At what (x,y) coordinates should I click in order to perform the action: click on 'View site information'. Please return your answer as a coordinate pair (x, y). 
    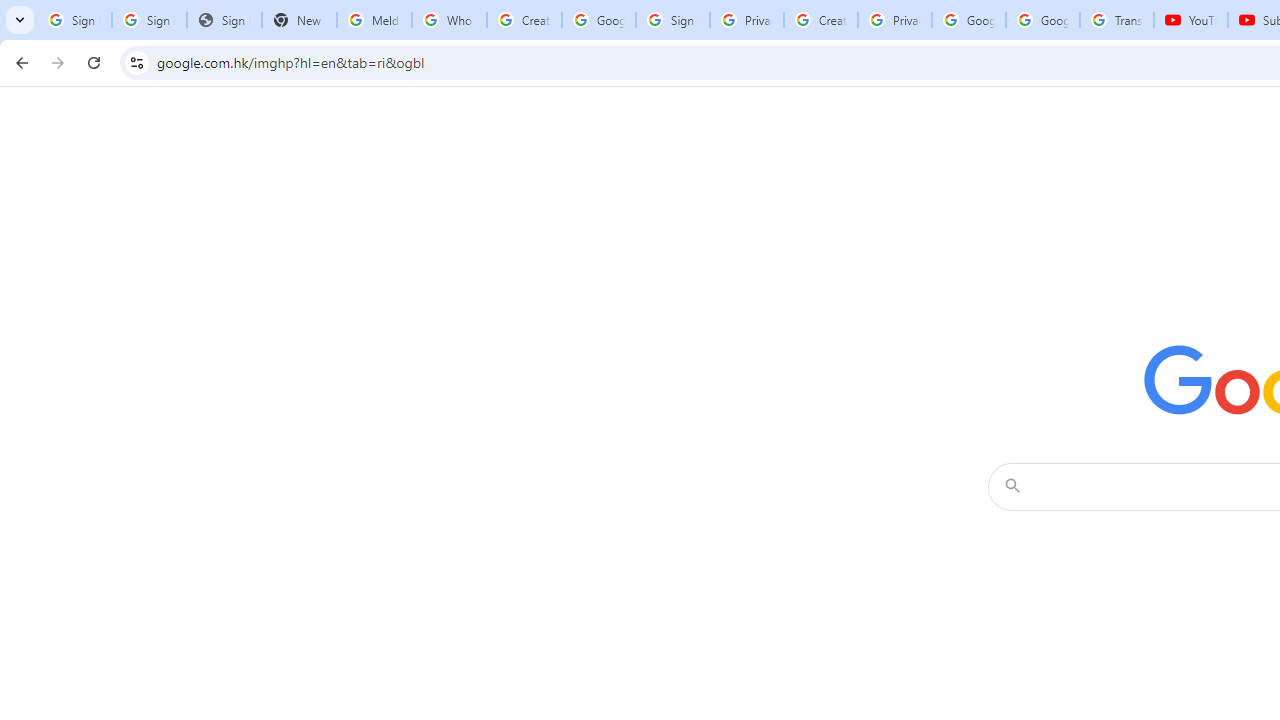
    Looking at the image, I should click on (135, 61).